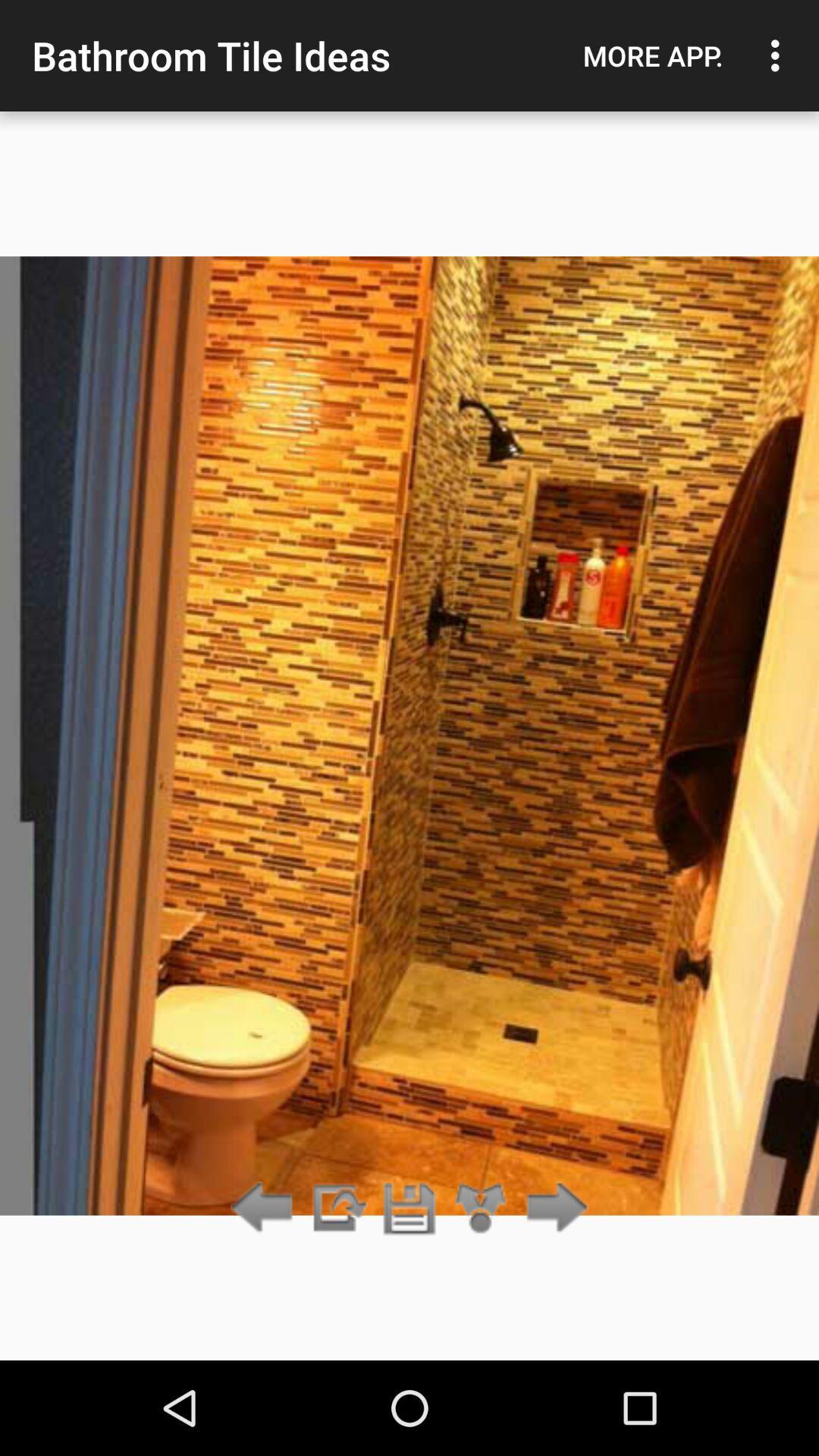 Image resolution: width=819 pixels, height=1456 pixels. Describe the element at coordinates (652, 55) in the screenshot. I see `more app.` at that location.